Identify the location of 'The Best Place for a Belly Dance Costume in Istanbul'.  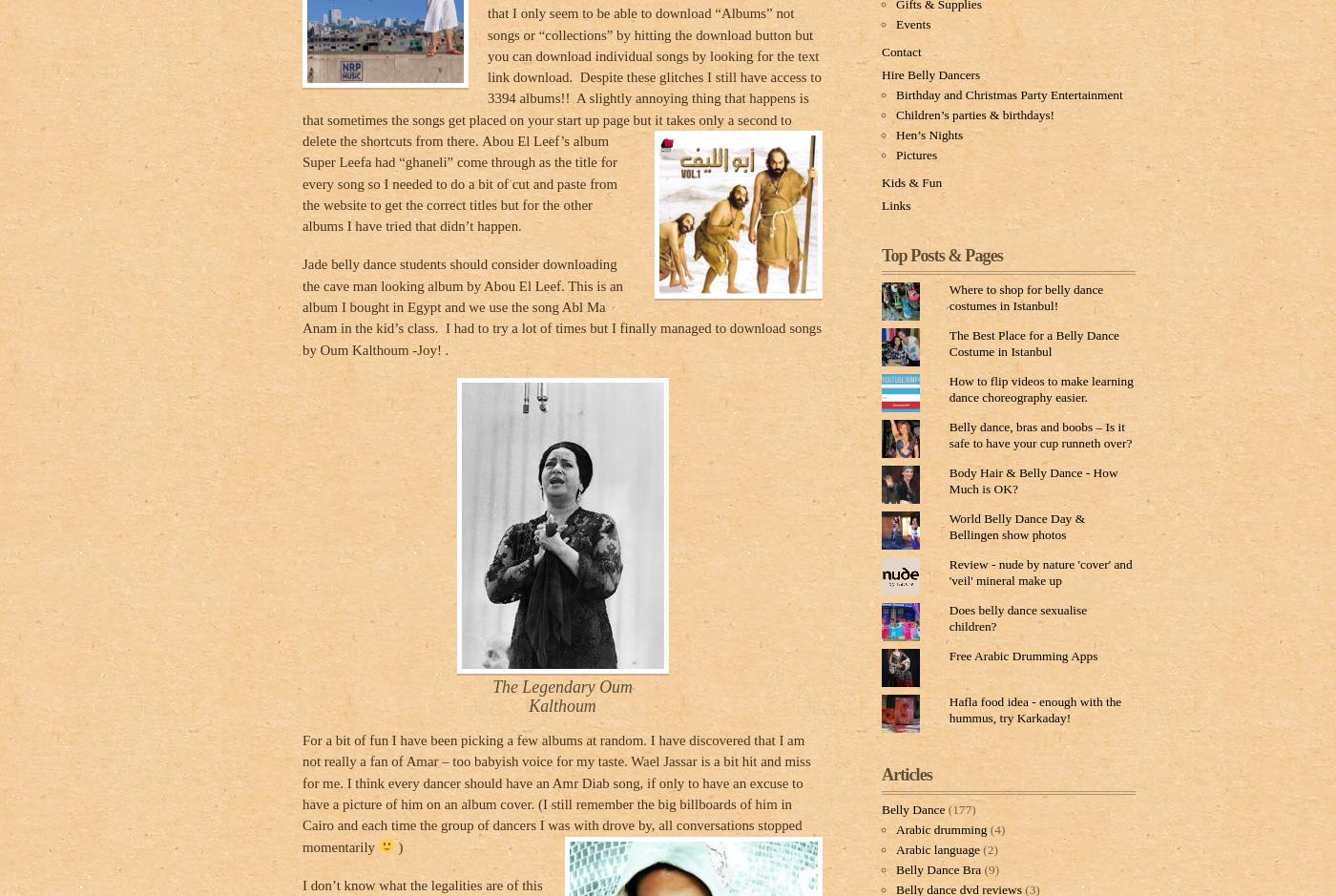
(949, 342).